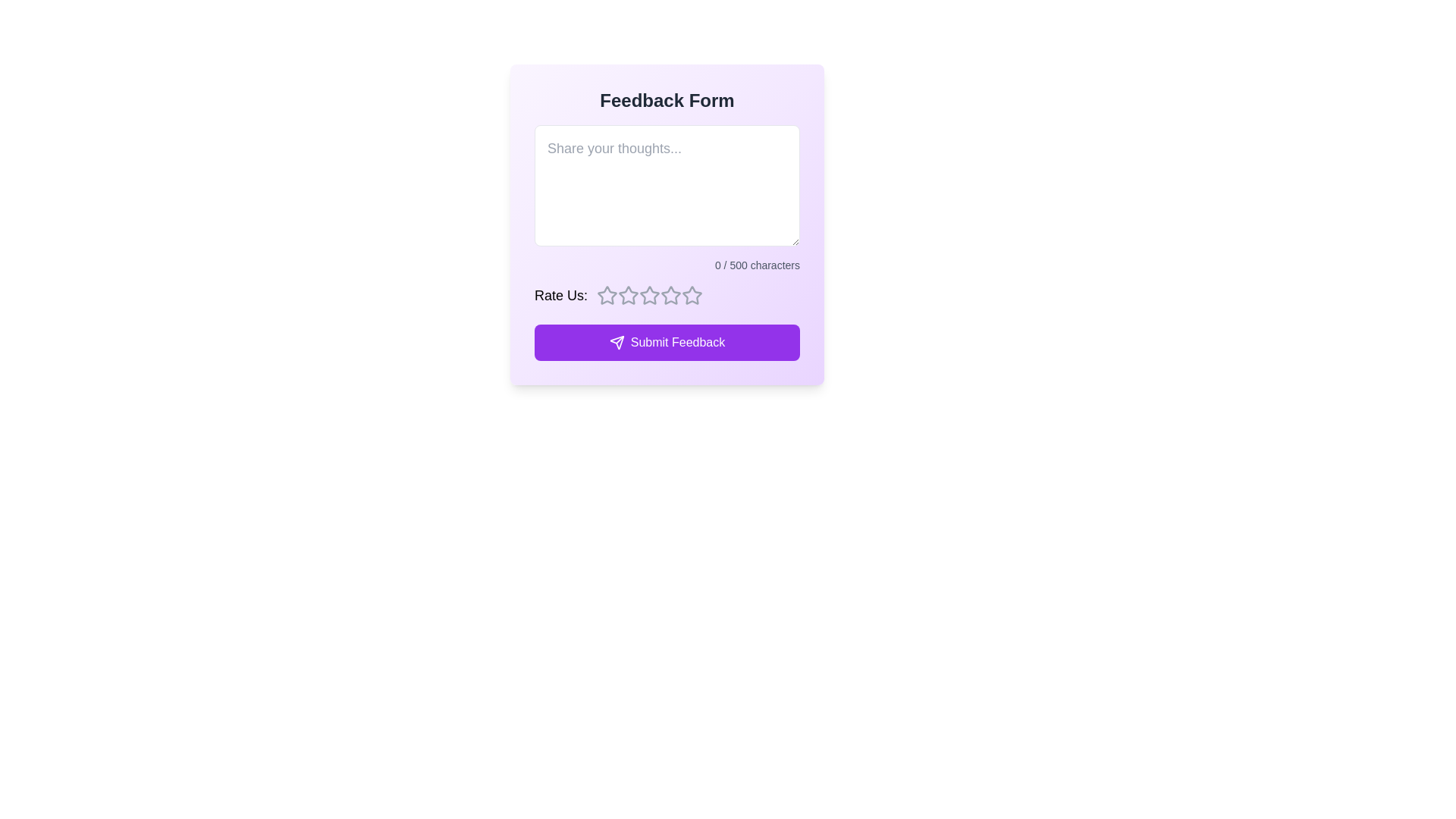 The image size is (1456, 819). What do you see at coordinates (650, 295) in the screenshot?
I see `the third star icon in the rating section under the text 'Rate Us:'` at bounding box center [650, 295].